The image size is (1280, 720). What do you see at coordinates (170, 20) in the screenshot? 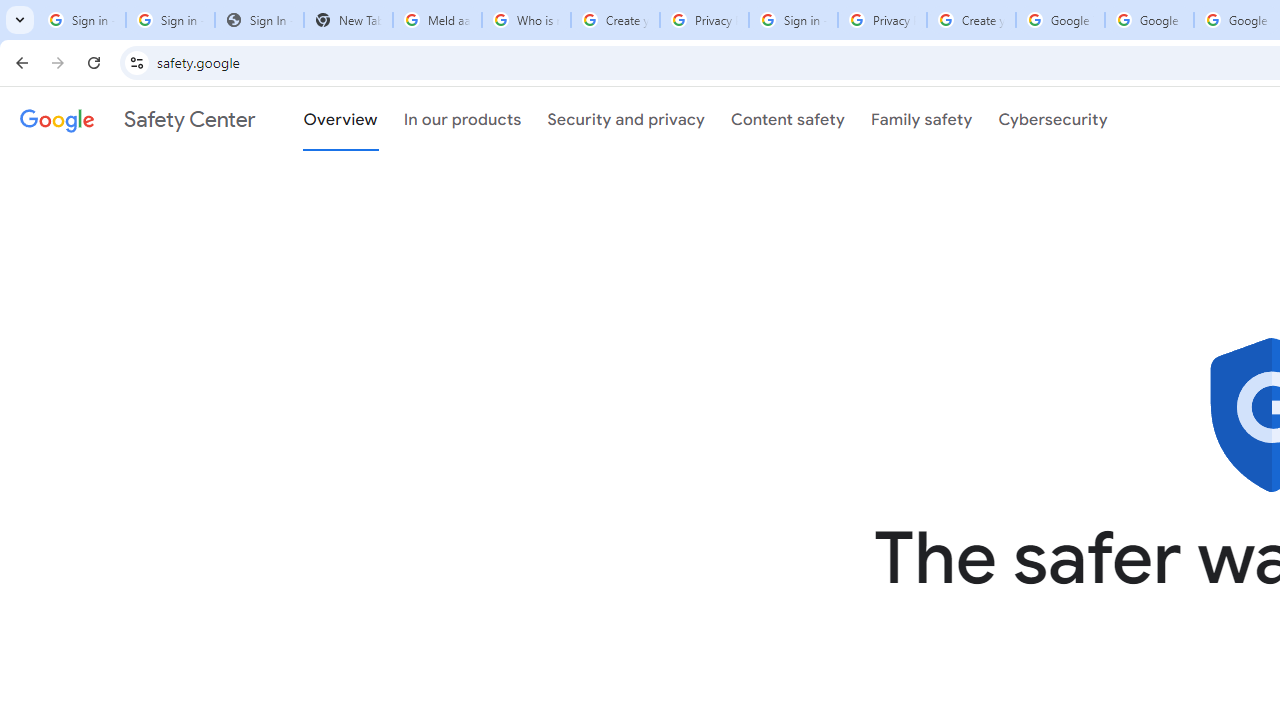
I see `'Sign in - Google Accounts'` at bounding box center [170, 20].